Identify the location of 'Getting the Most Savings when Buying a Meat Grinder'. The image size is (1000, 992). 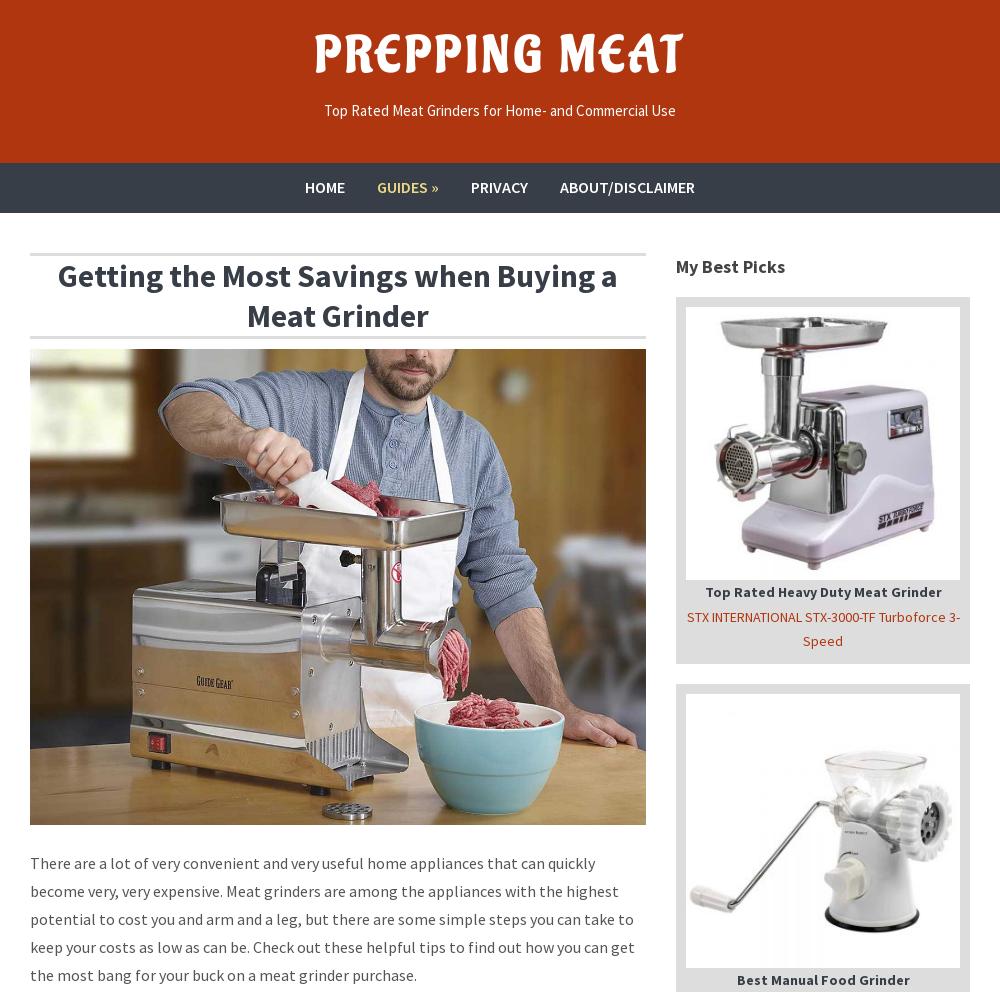
(58, 295).